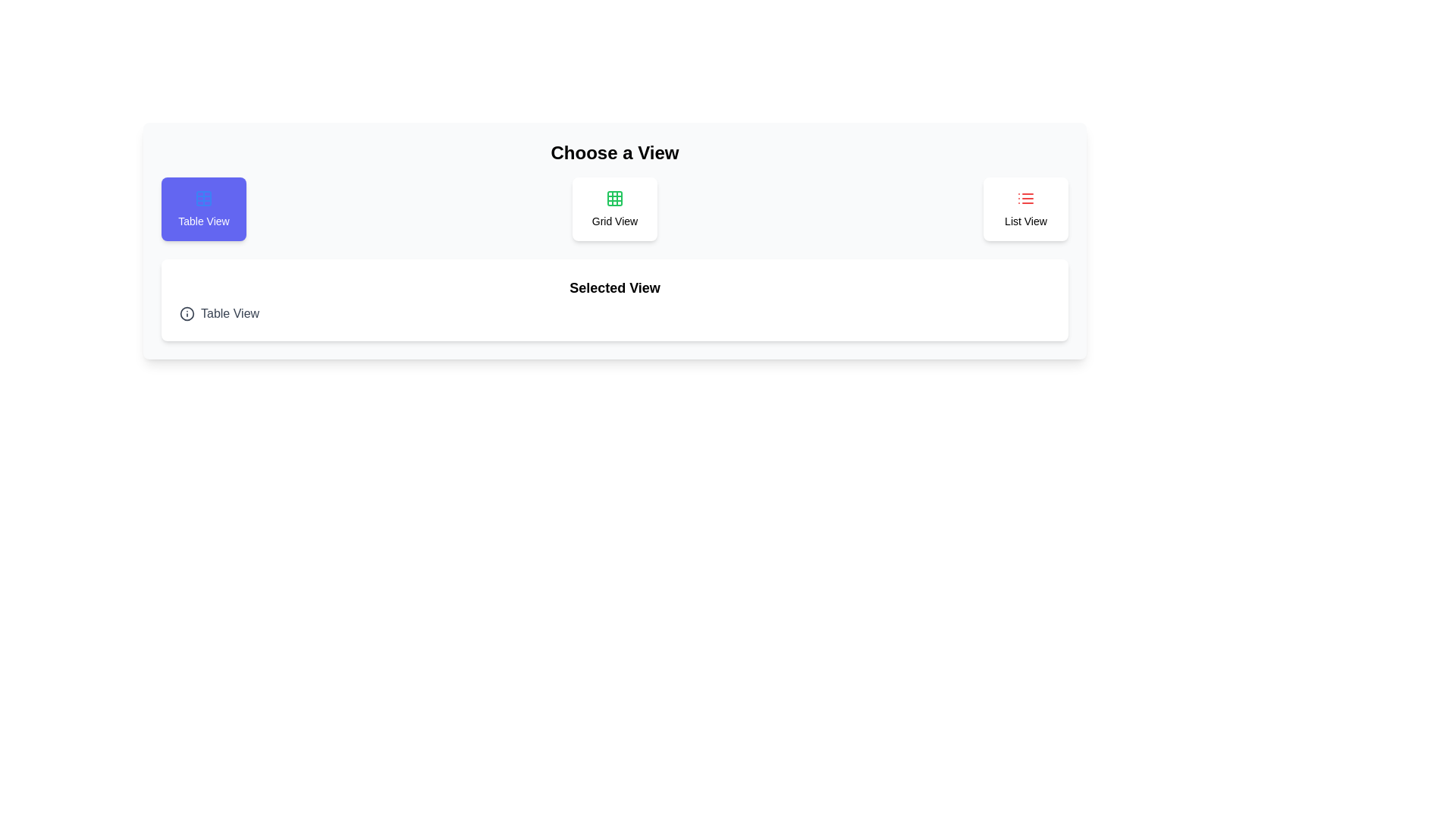 The image size is (1456, 819). Describe the element at coordinates (186, 312) in the screenshot. I see `the informational icon located to the left of the 'Table View' text` at that location.